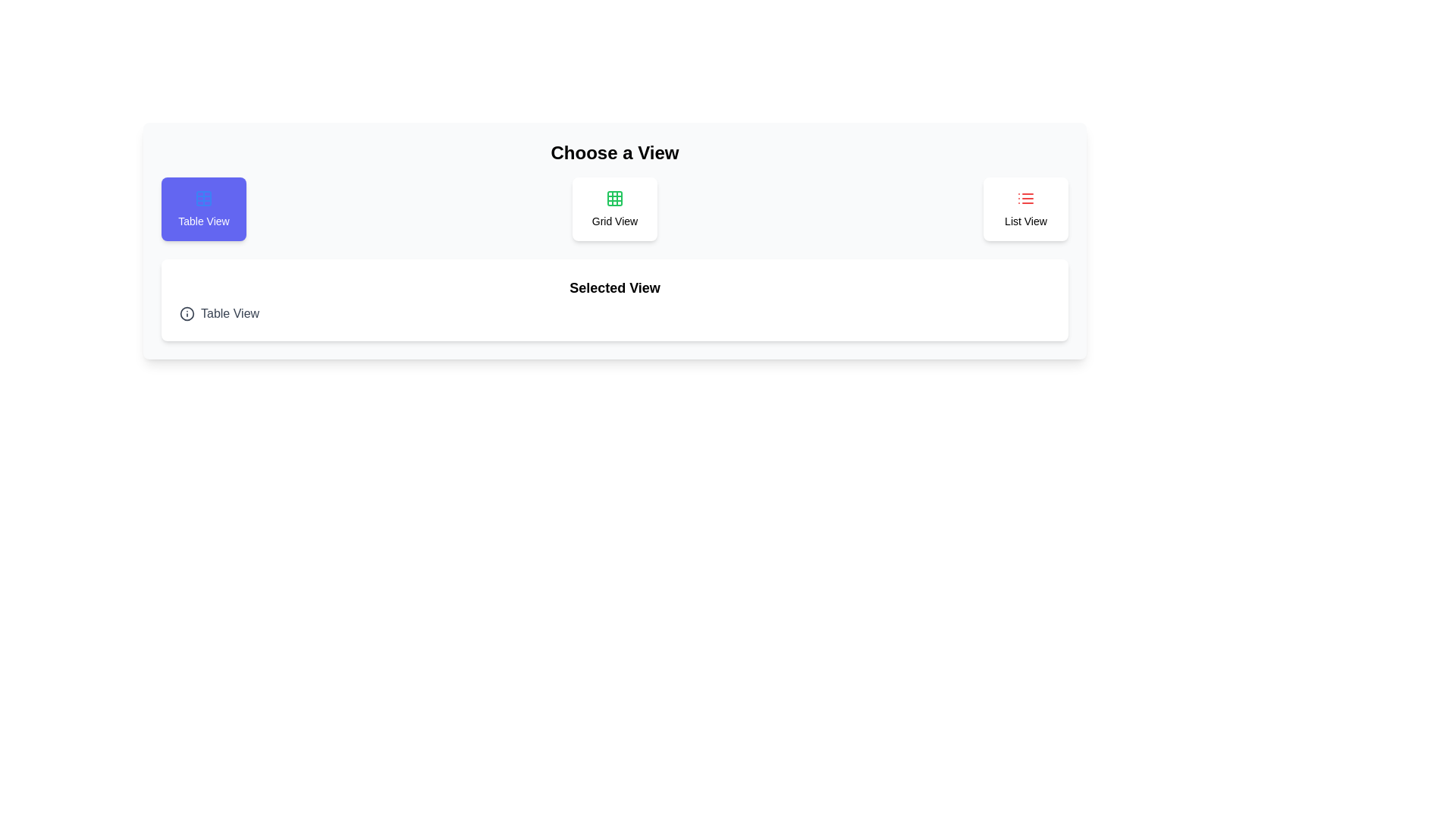 The image size is (1456, 819). Describe the element at coordinates (186, 312) in the screenshot. I see `the informational icon located to the left of the 'Table View' text` at that location.